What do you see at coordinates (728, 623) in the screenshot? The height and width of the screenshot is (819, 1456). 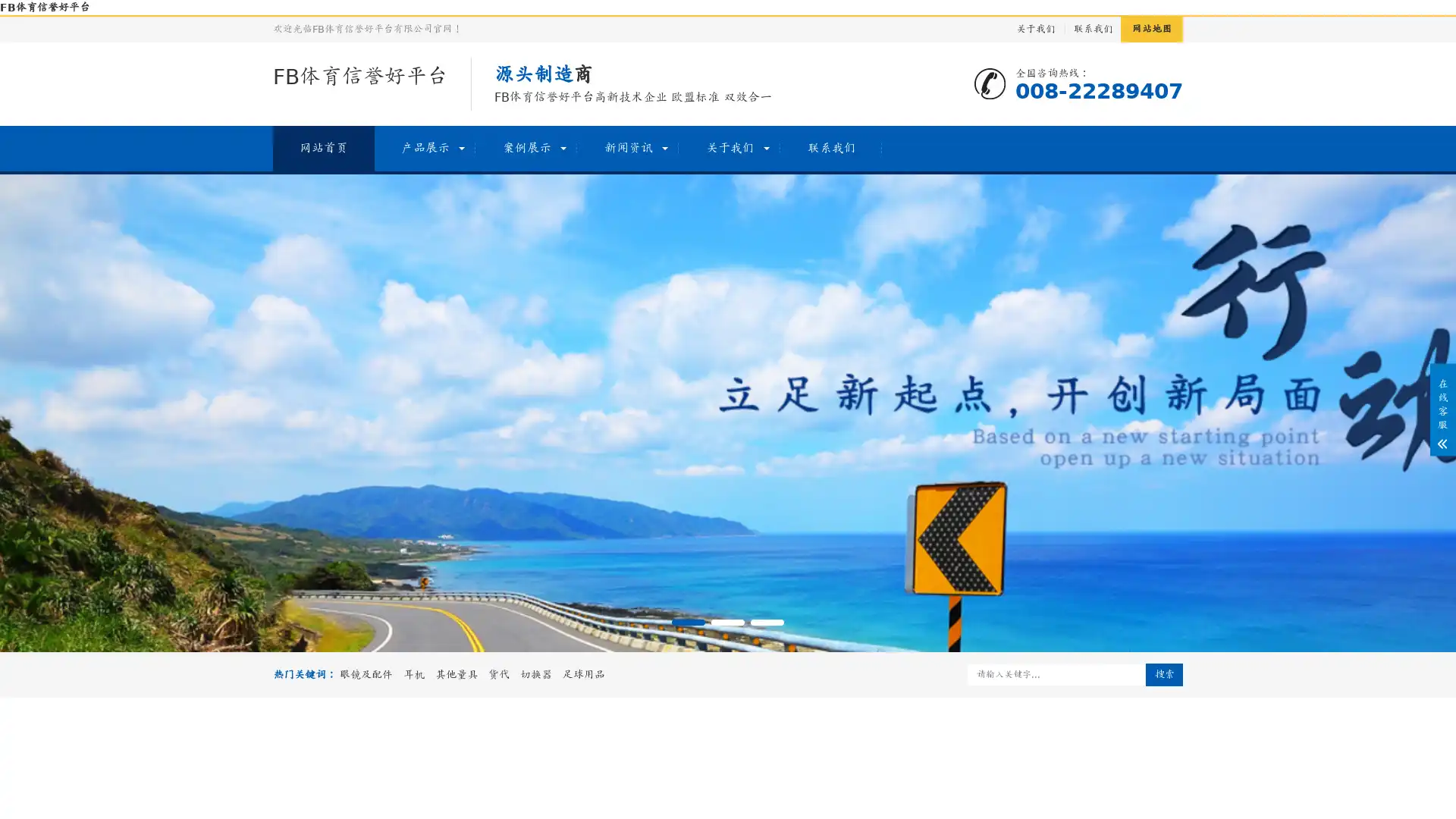 I see `Go to slide 2` at bounding box center [728, 623].